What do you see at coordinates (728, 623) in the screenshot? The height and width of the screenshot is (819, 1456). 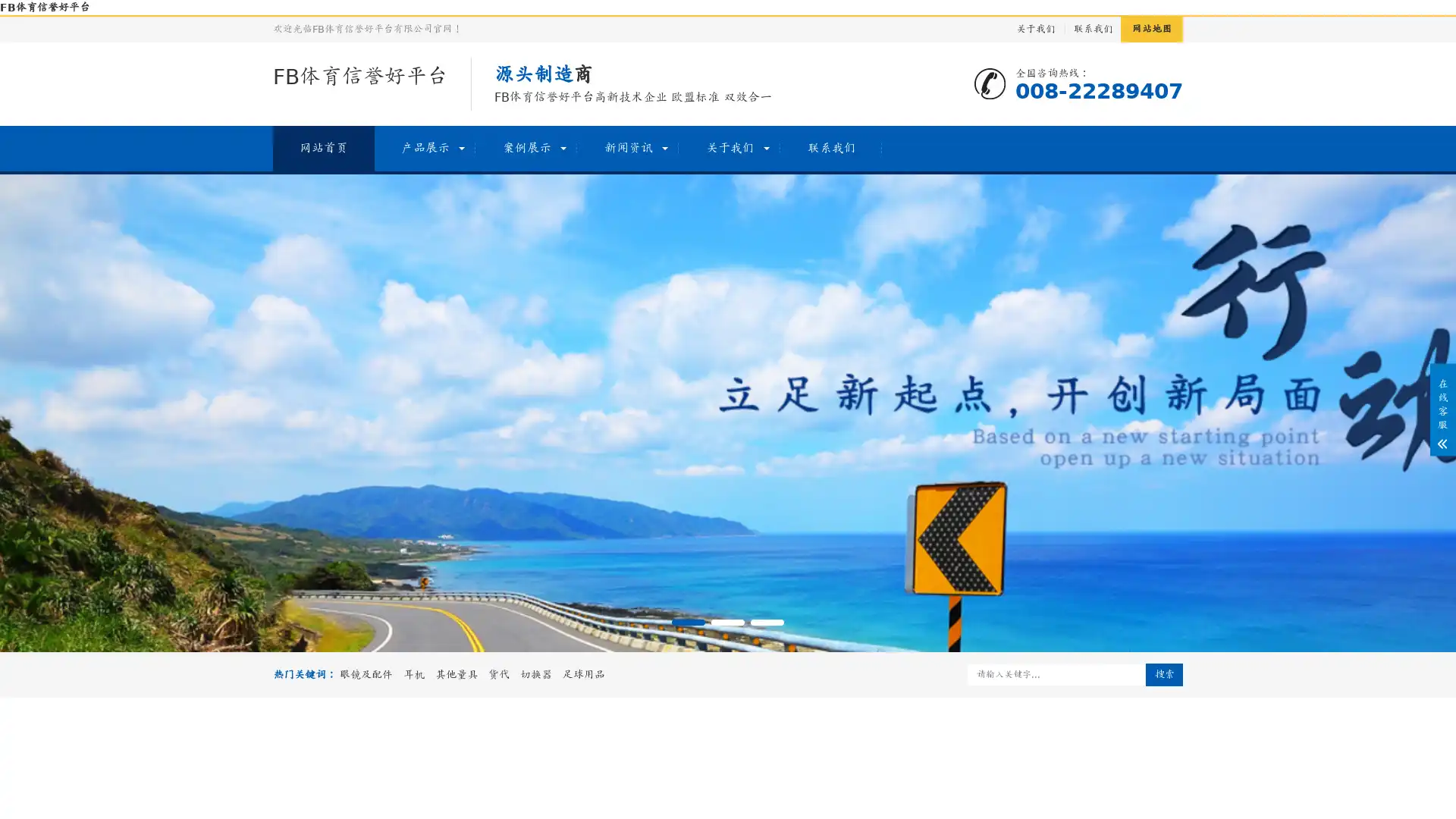 I see `Go to slide 2` at bounding box center [728, 623].